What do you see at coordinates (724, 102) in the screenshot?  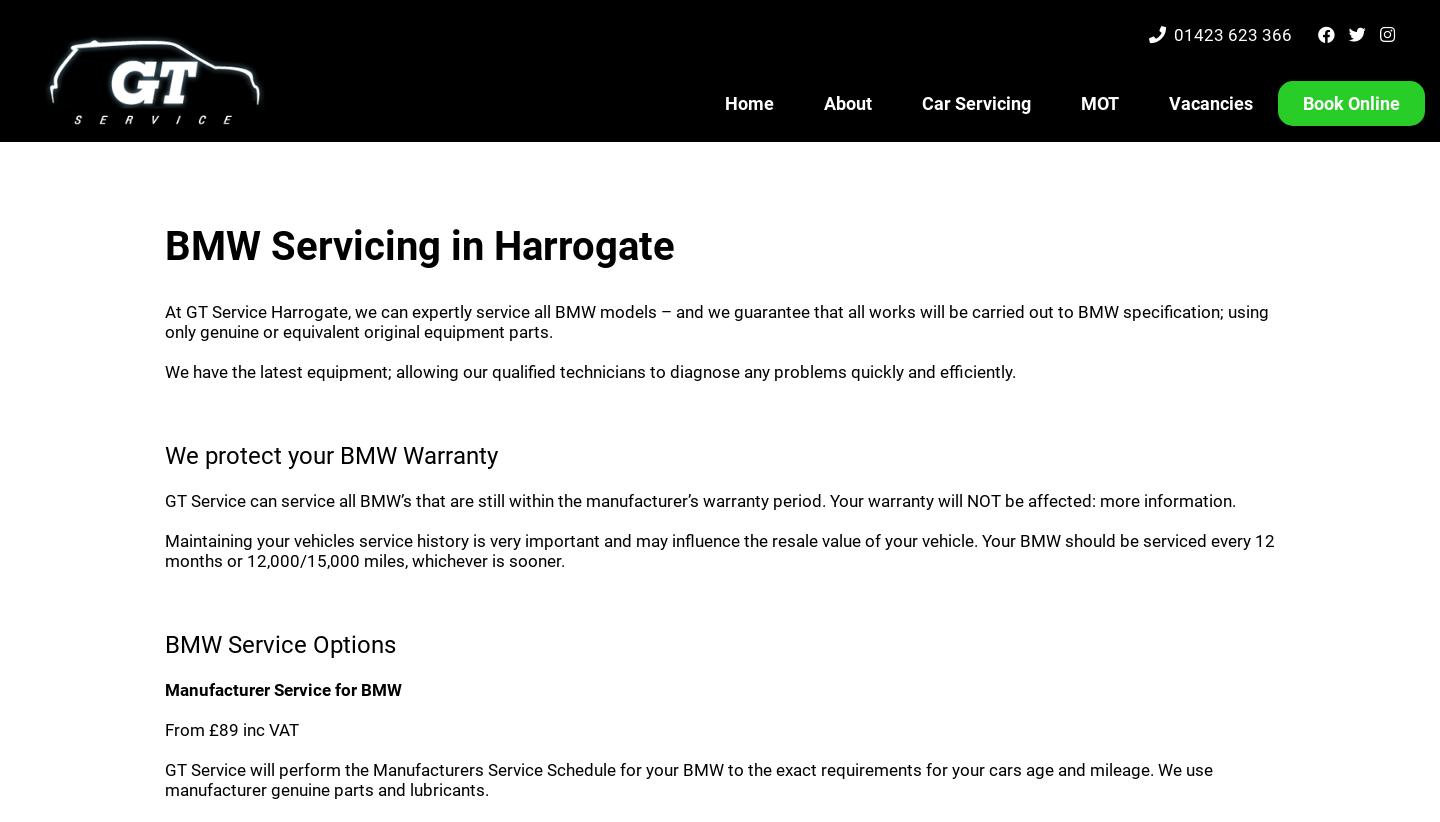 I see `'Home'` at bounding box center [724, 102].